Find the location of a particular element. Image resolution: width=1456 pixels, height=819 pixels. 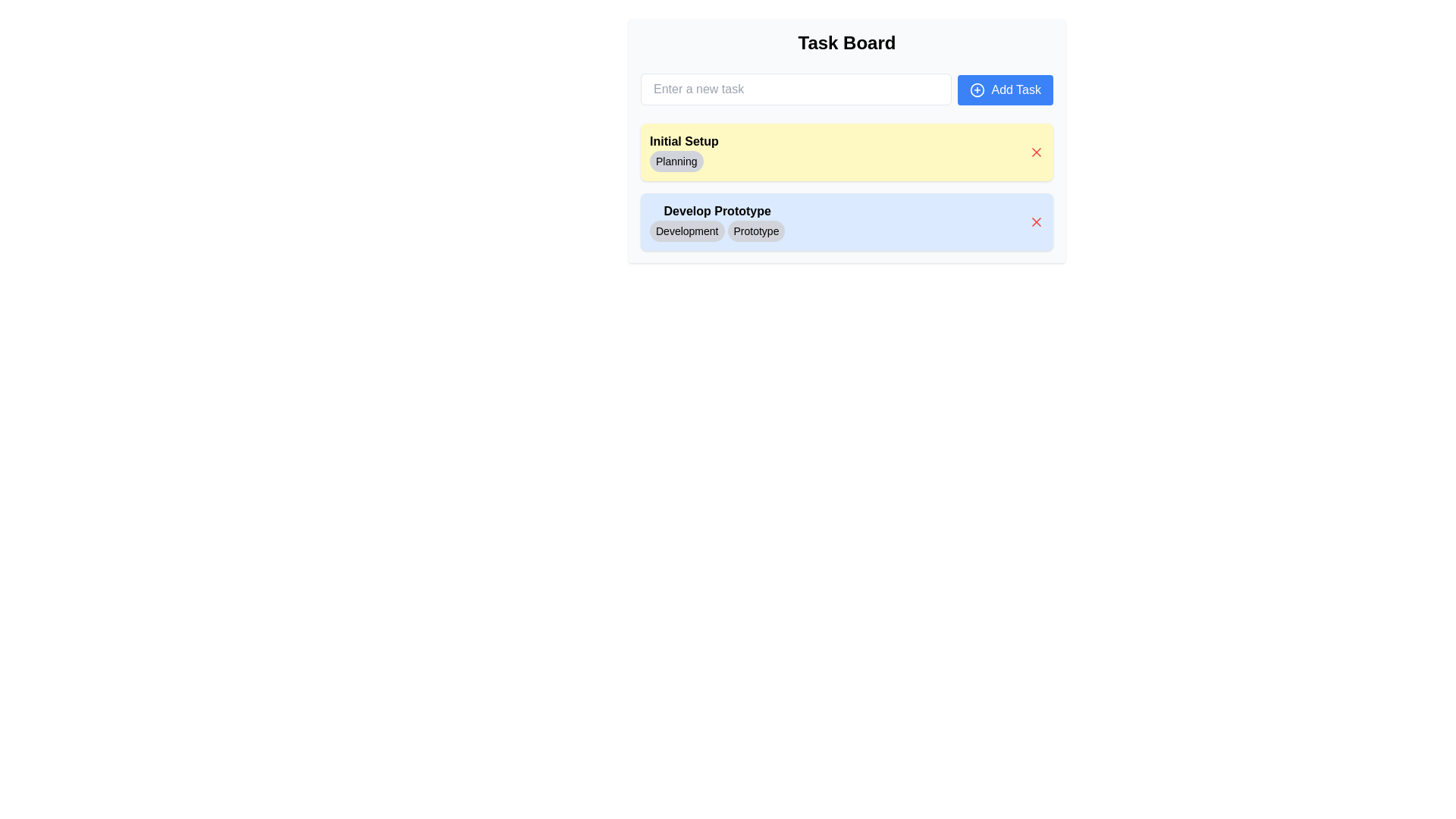

the first tag in the 'Initial Setup' task box, which categorizes the task under 'Planning' is located at coordinates (683, 152).